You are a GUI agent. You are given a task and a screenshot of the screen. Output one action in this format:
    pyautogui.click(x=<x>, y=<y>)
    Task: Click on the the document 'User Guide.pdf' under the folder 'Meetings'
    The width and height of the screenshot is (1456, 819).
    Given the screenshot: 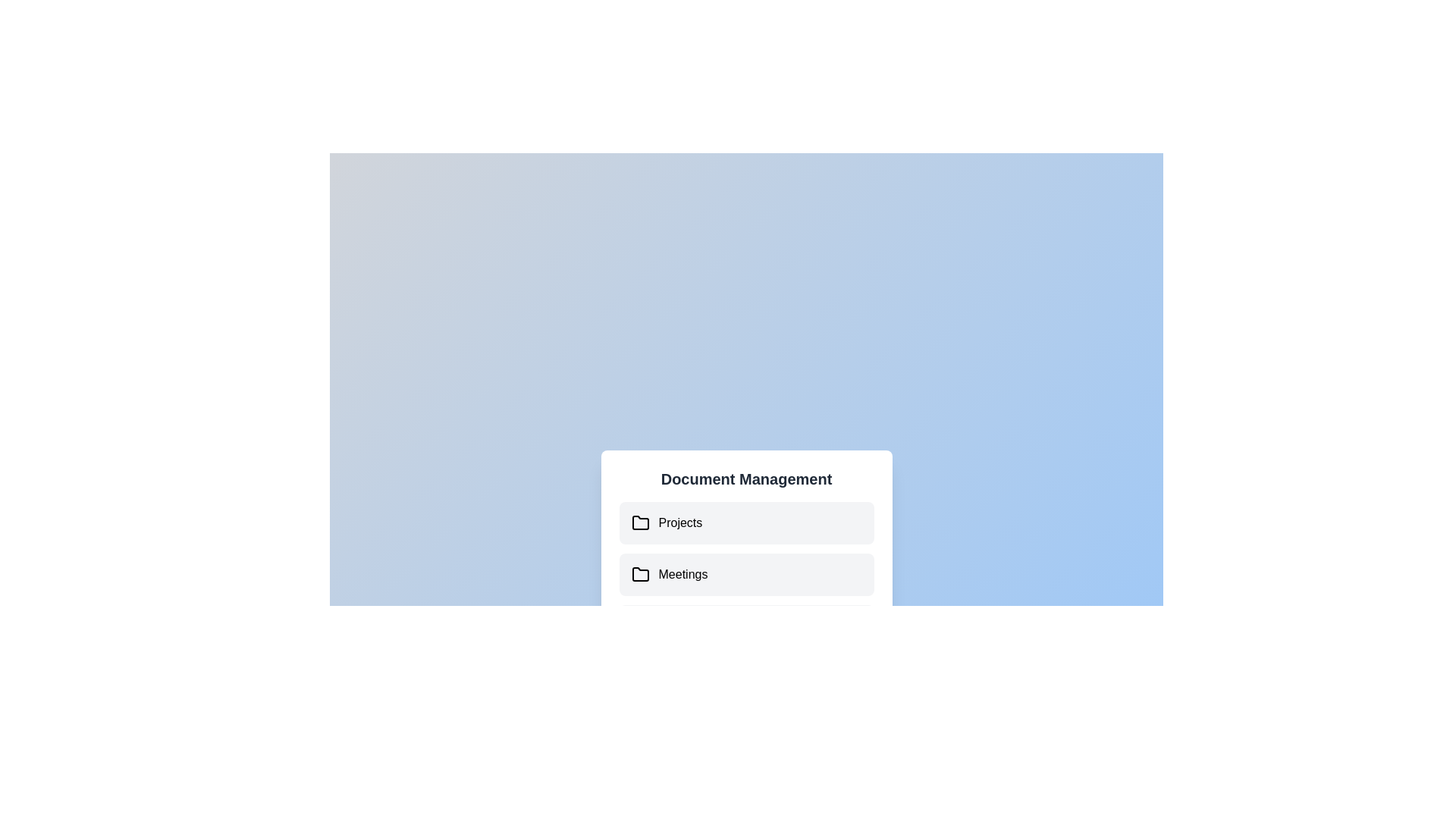 What is the action you would take?
    pyautogui.click(x=746, y=575)
    